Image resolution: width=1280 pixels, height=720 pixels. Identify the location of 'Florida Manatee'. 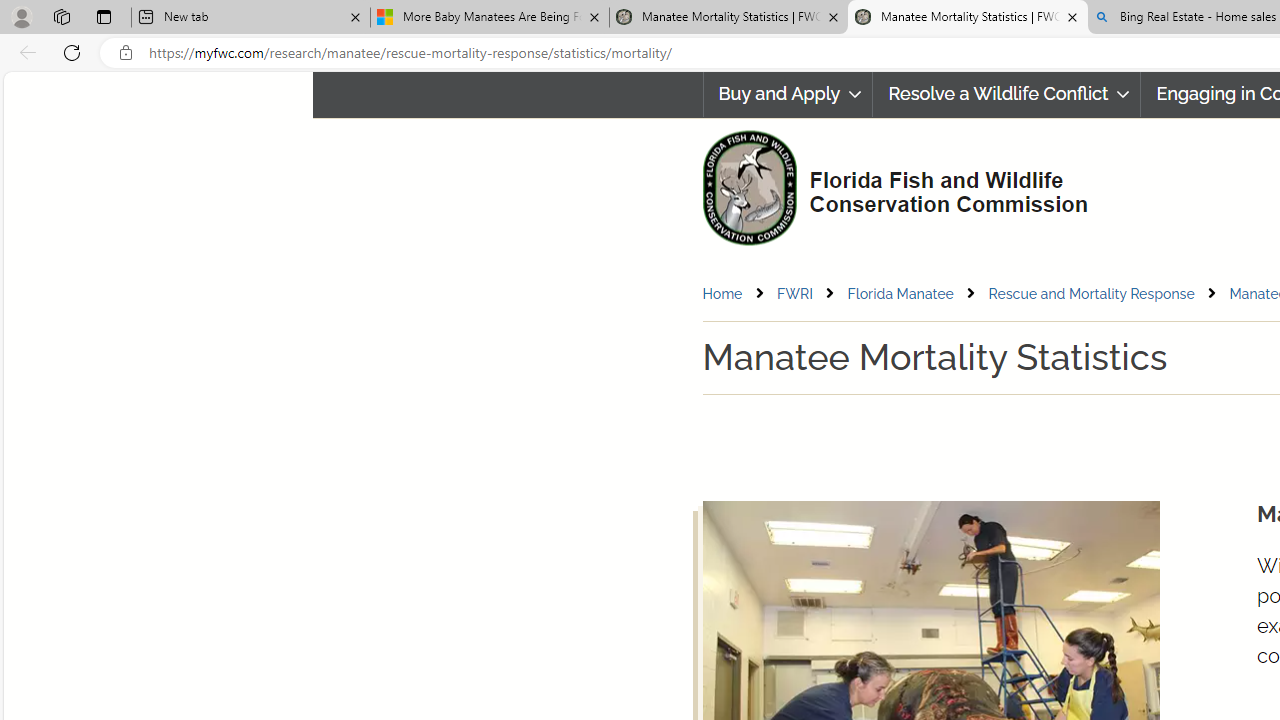
(899, 293).